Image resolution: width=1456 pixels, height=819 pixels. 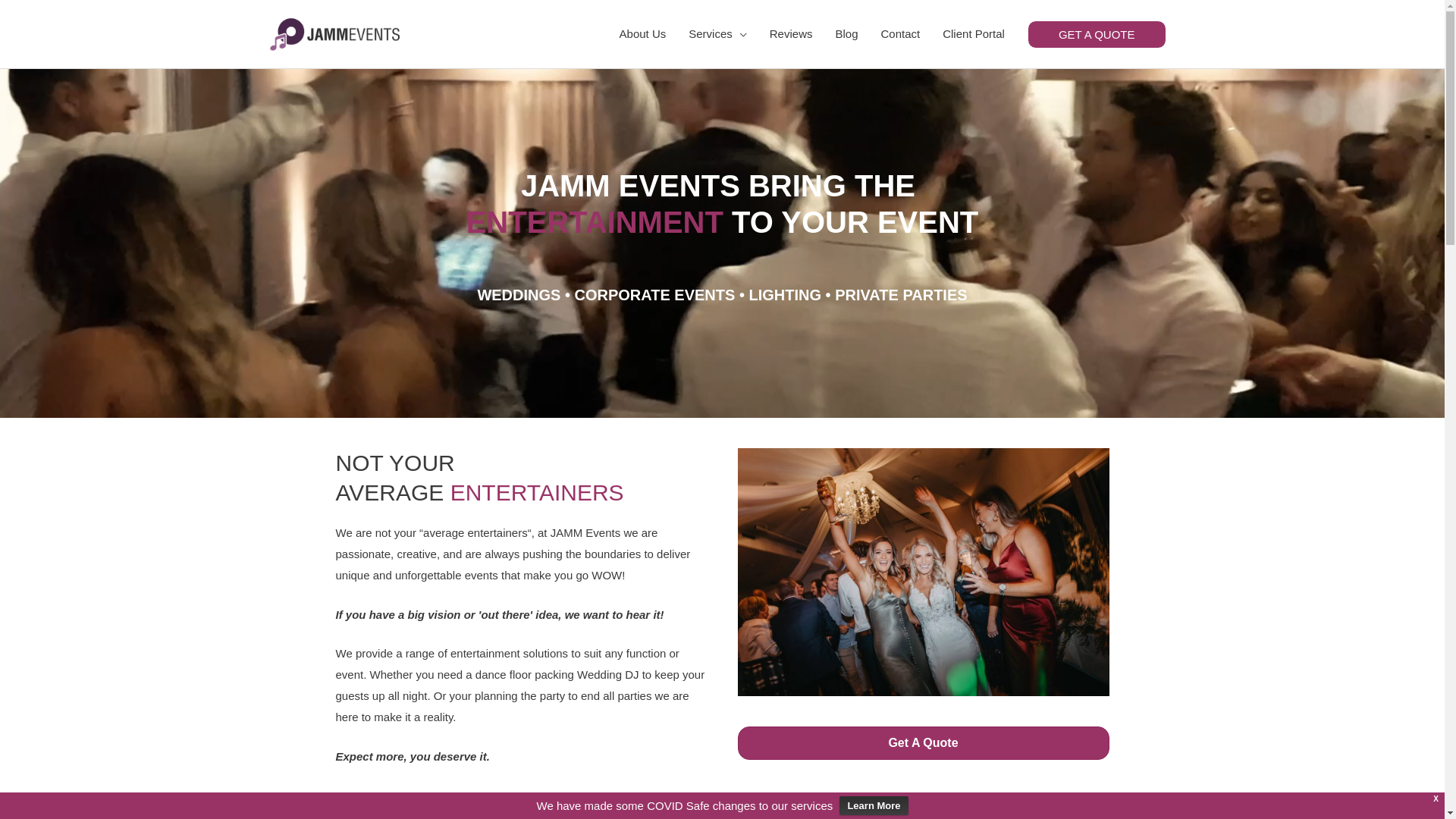 I want to click on 'GET A QUOTE', so click(x=1097, y=33).